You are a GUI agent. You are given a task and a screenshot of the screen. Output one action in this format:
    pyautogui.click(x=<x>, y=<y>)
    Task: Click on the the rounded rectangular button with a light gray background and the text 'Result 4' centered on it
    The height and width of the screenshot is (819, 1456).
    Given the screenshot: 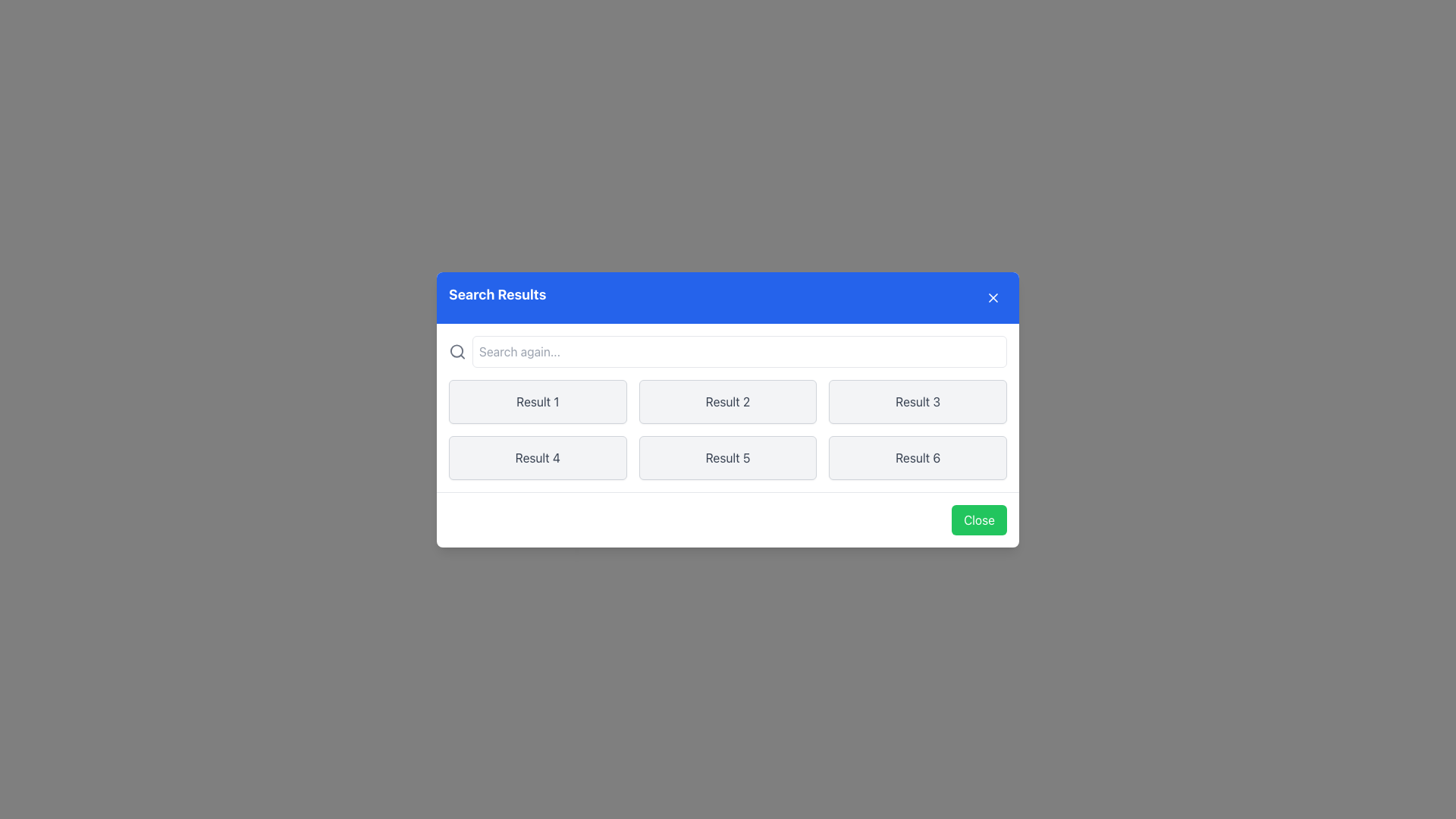 What is the action you would take?
    pyautogui.click(x=538, y=457)
    